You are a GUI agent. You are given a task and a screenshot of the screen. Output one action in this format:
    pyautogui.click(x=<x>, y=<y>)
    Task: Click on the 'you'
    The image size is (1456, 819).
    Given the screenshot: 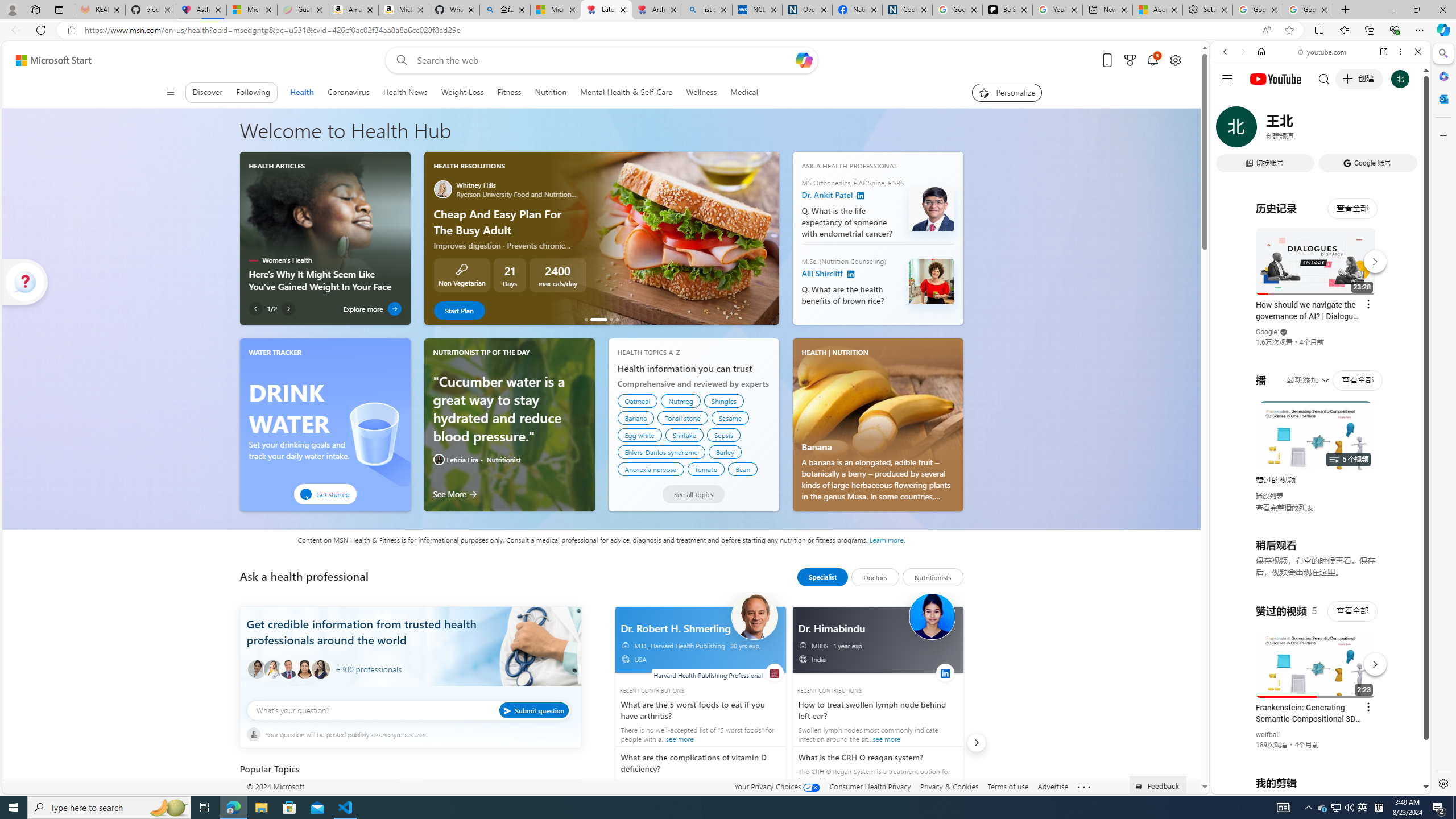 What is the action you would take?
    pyautogui.click(x=1316, y=755)
    